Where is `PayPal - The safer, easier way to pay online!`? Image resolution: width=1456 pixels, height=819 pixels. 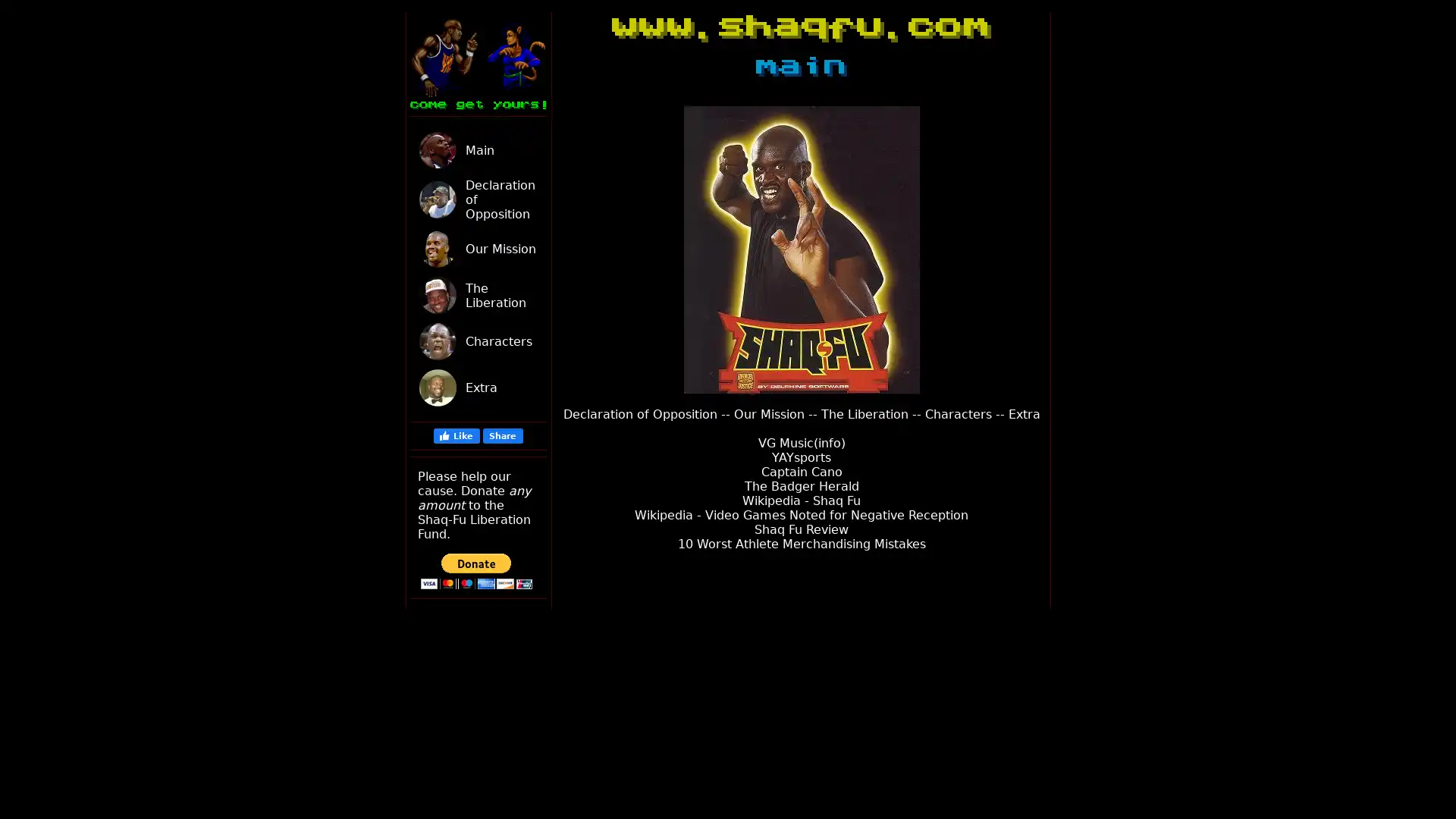 PayPal - The safer, easier way to pay online! is located at coordinates (475, 571).